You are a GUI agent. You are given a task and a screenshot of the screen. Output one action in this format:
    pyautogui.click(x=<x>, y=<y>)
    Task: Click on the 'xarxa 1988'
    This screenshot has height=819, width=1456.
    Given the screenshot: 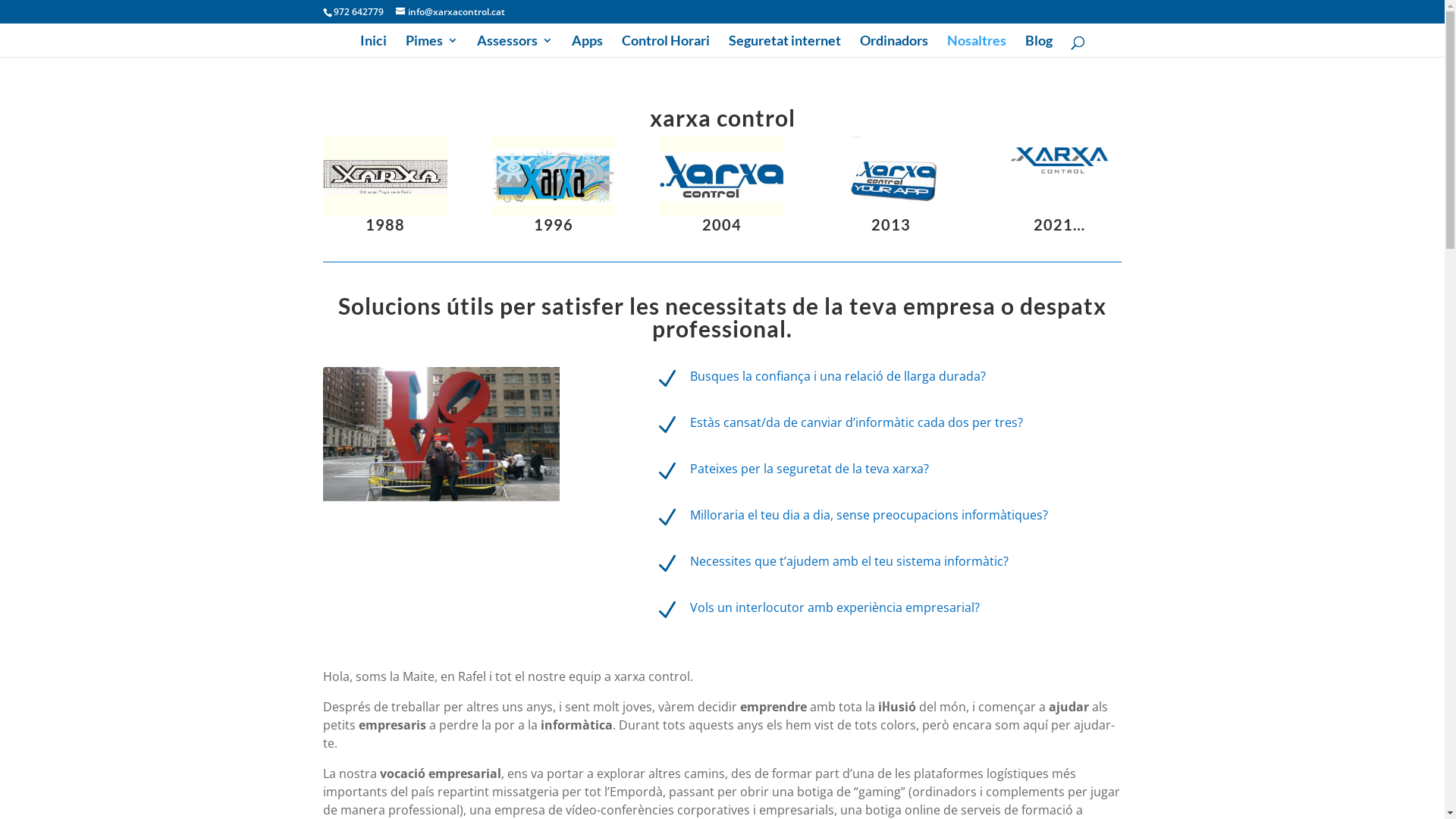 What is the action you would take?
    pyautogui.click(x=385, y=175)
    